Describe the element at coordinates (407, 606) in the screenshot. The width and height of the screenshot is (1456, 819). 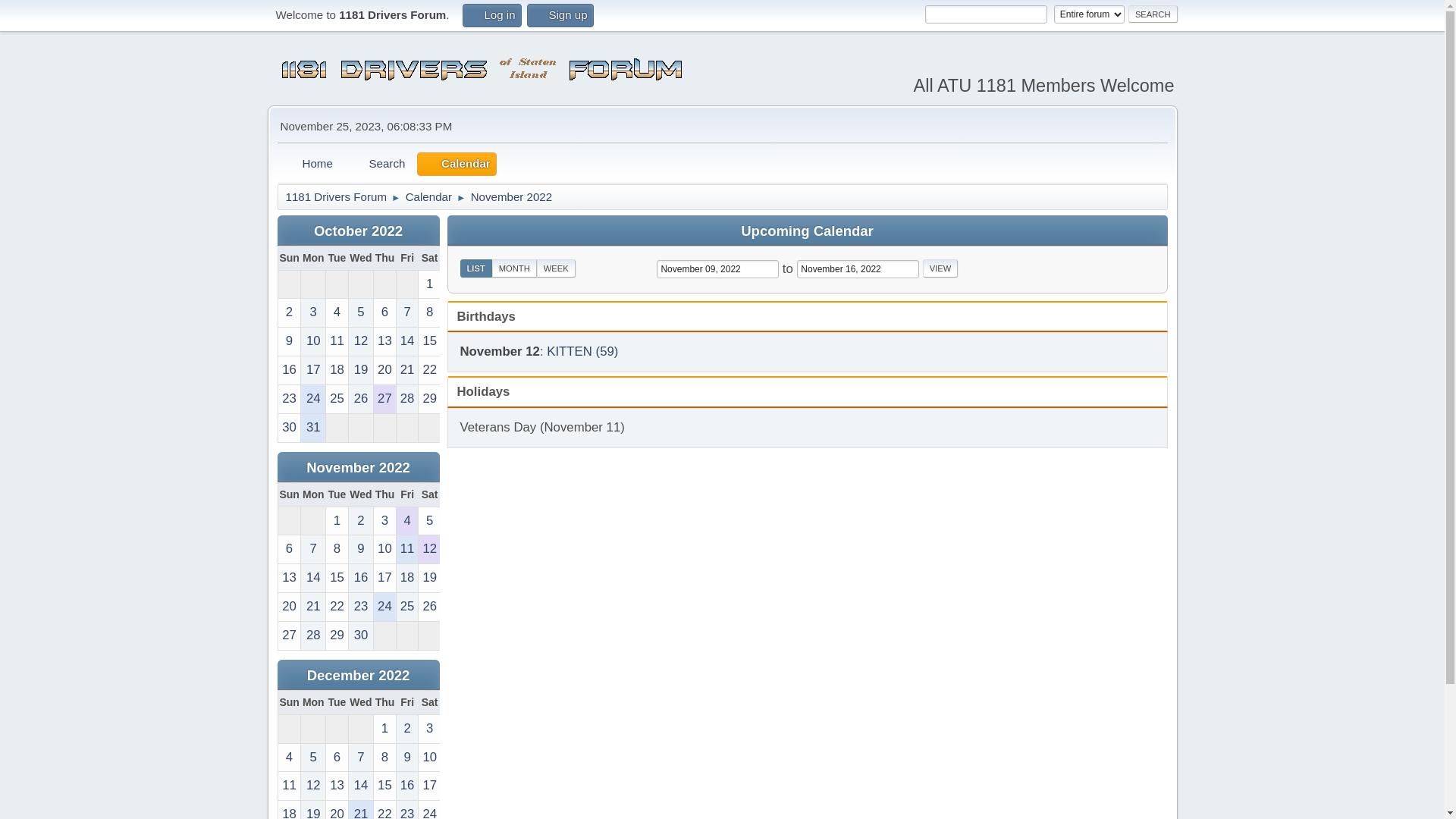
I see `'25'` at that location.